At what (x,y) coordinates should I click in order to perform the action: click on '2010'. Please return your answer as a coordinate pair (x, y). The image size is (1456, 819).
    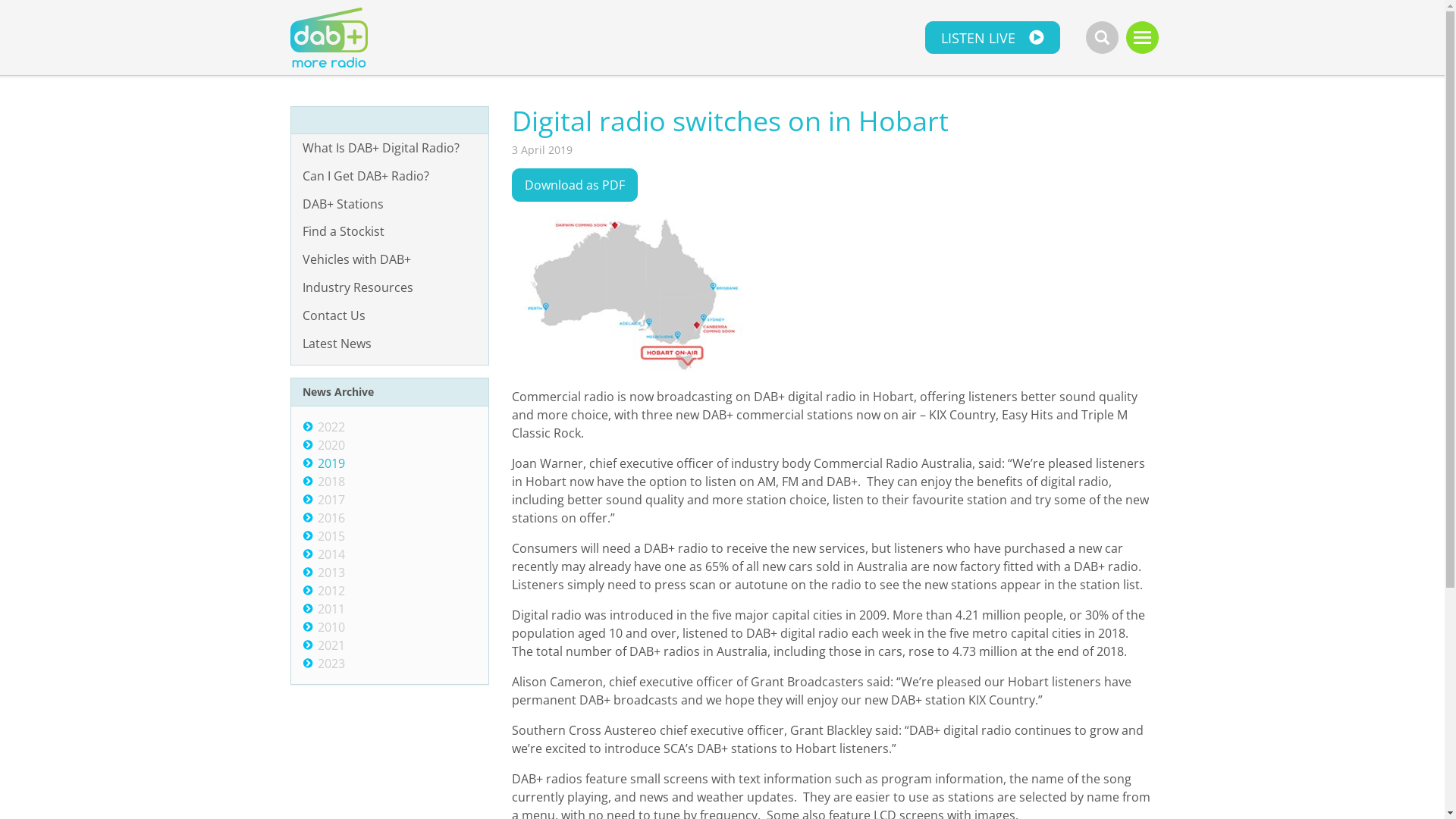
    Looking at the image, I should click on (330, 626).